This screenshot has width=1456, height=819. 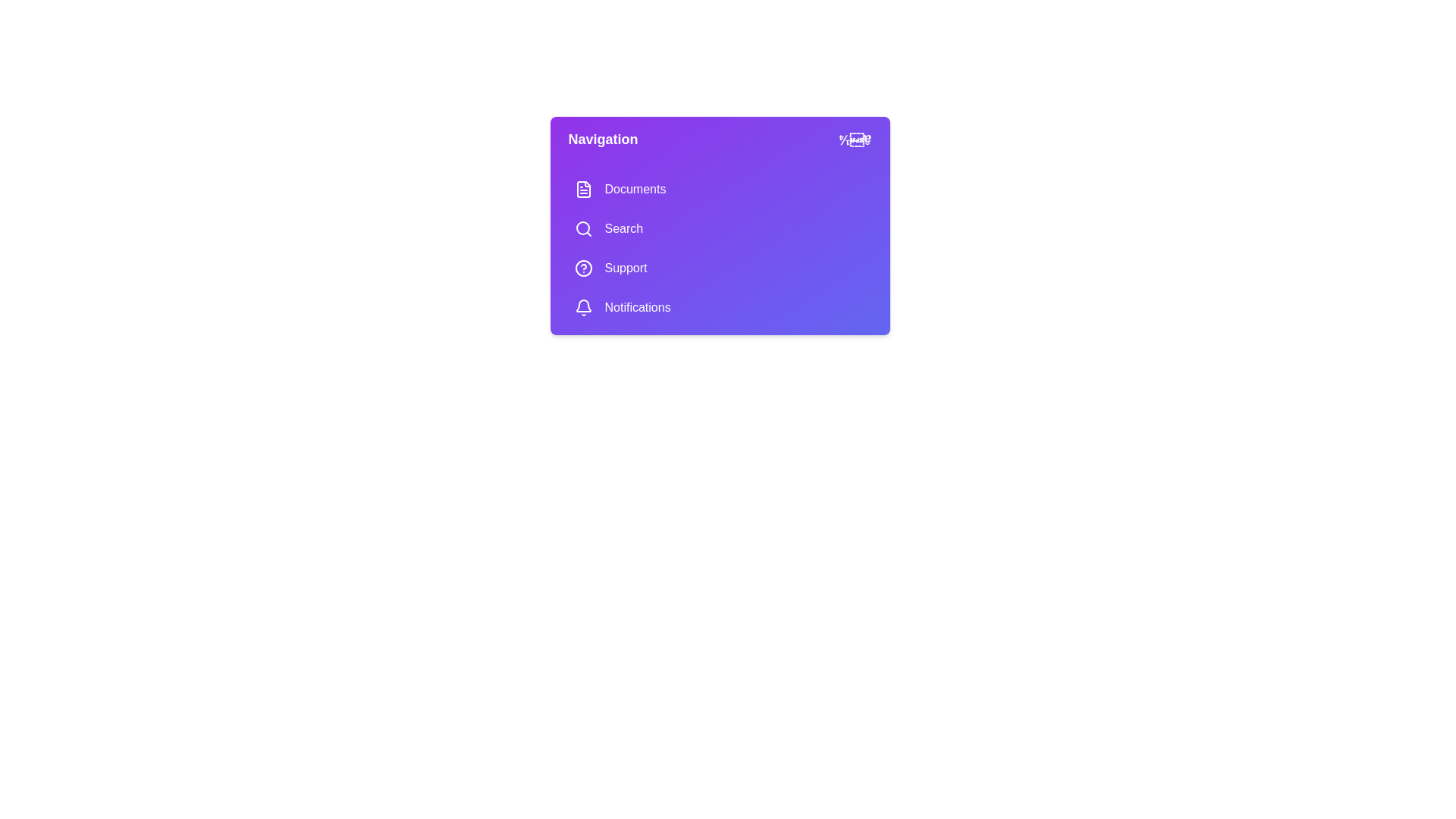 I want to click on the icon next to the menu item Notifications, so click(x=582, y=307).